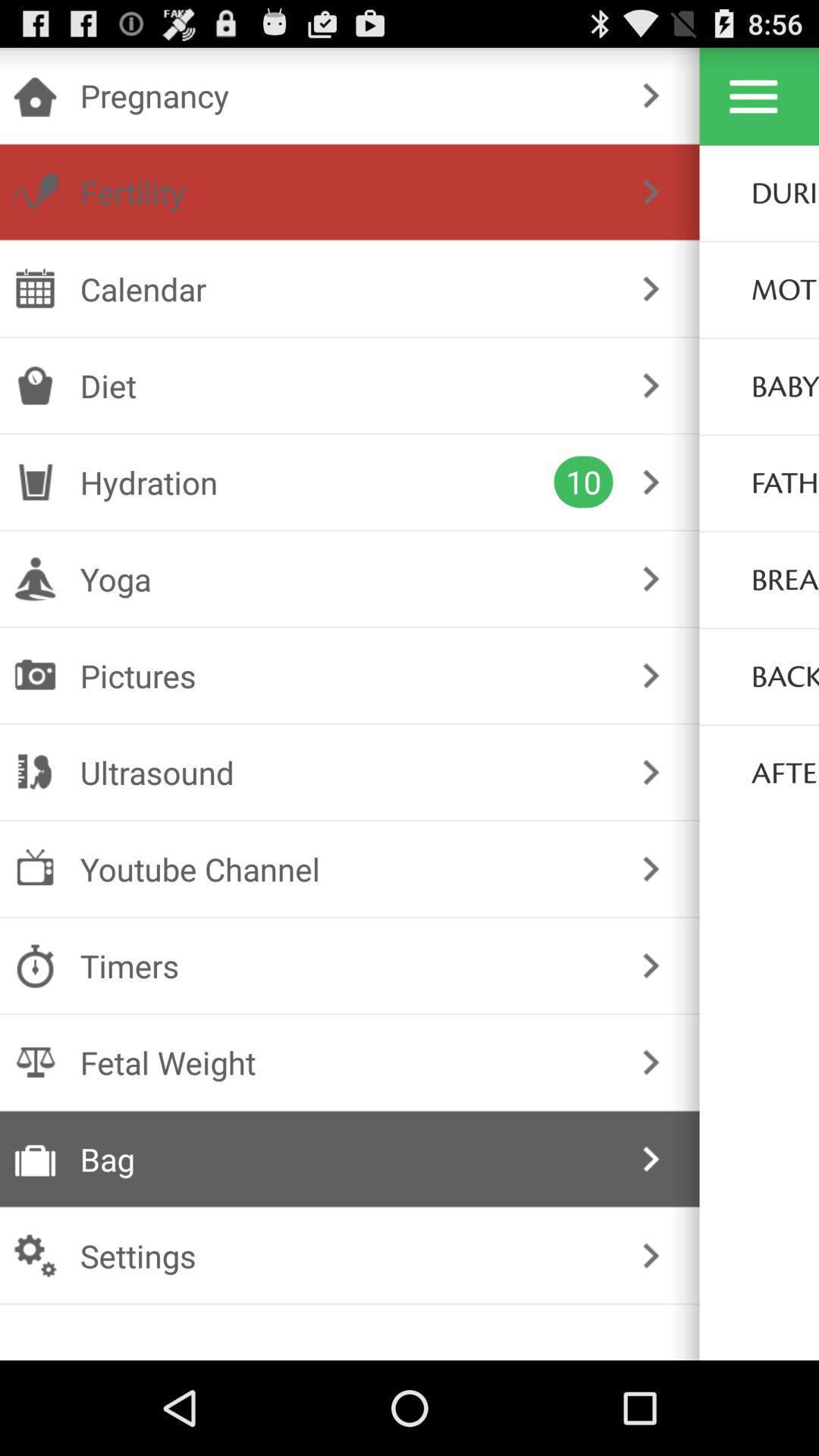 This screenshot has width=819, height=1456. What do you see at coordinates (347, 1158) in the screenshot?
I see `the bag` at bounding box center [347, 1158].